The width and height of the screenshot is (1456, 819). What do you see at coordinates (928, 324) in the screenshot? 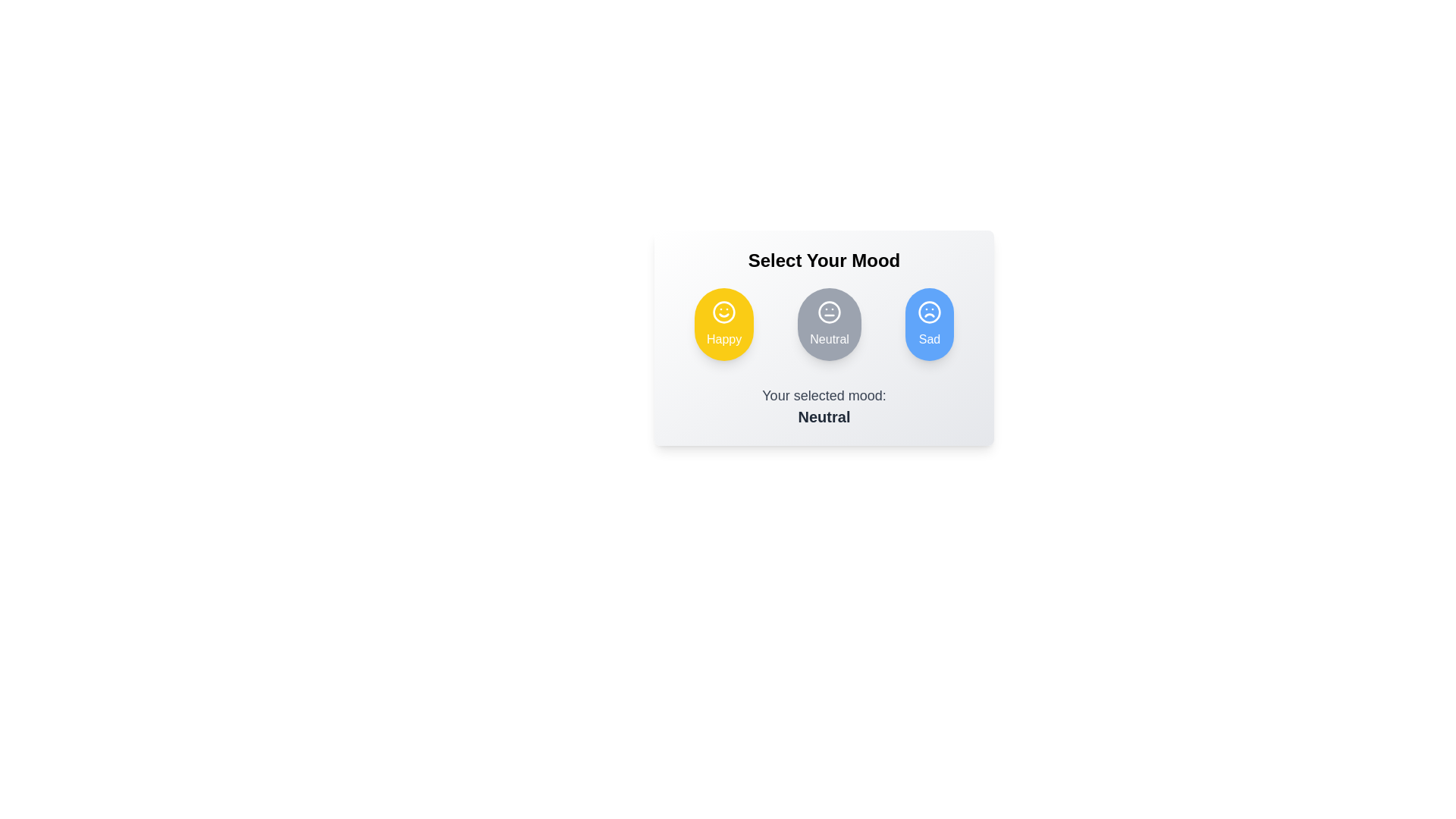
I see `the 'Sad' mood selection button using keyboard tabbing` at bounding box center [928, 324].